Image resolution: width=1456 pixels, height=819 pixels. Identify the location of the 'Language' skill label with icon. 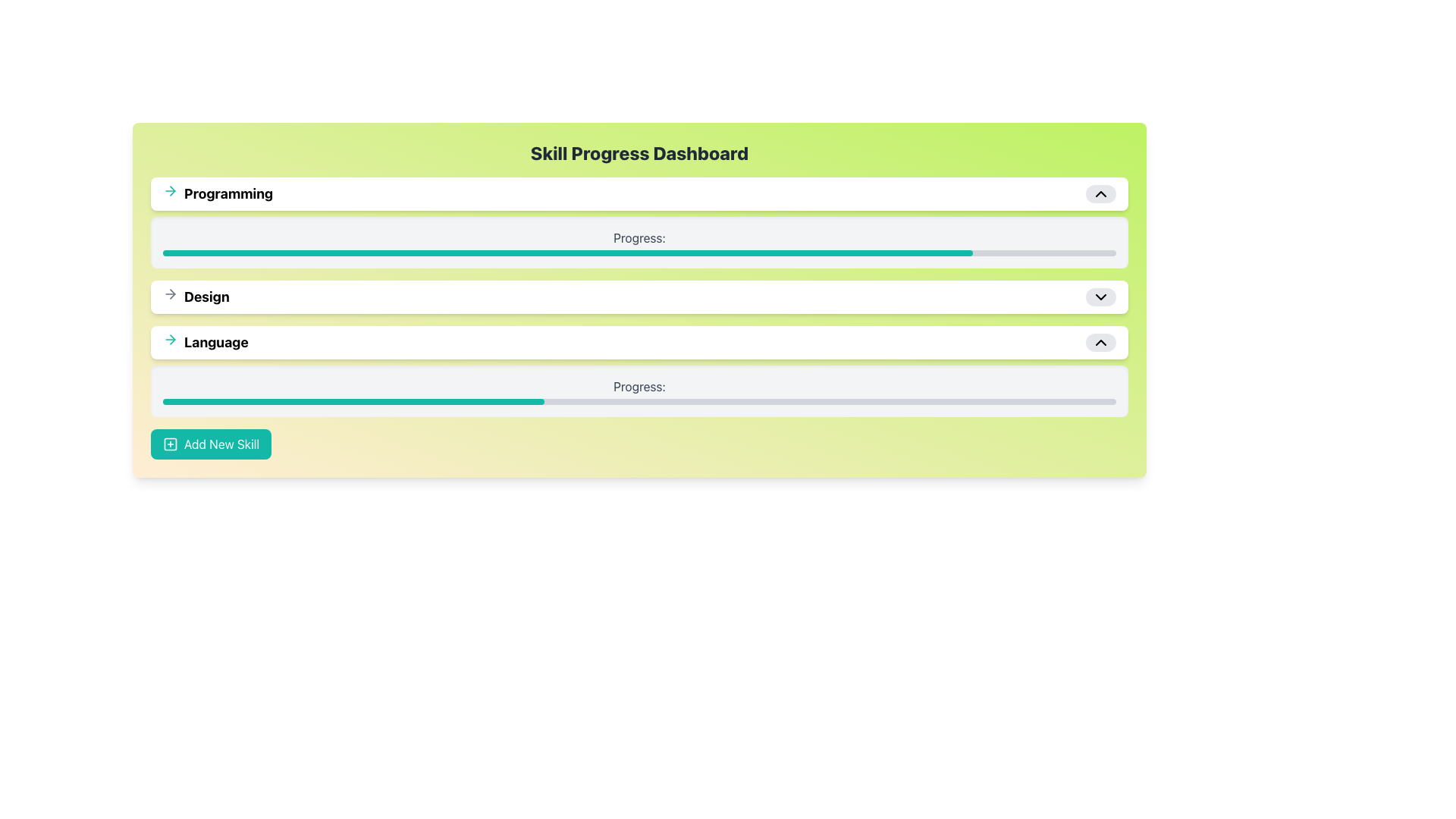
(205, 342).